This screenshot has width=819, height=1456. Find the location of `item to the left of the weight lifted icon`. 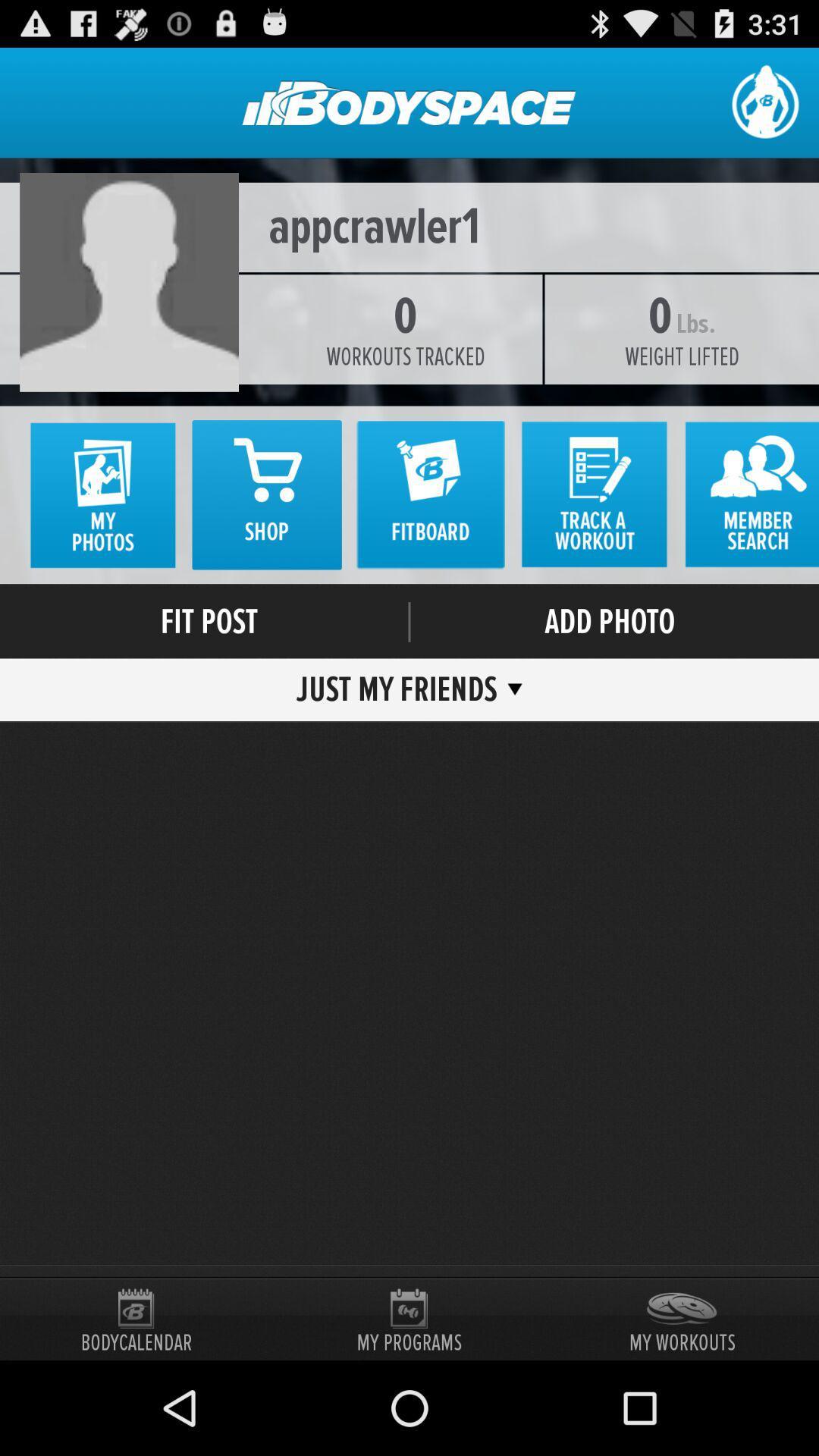

item to the left of the weight lifted icon is located at coordinates (405, 356).